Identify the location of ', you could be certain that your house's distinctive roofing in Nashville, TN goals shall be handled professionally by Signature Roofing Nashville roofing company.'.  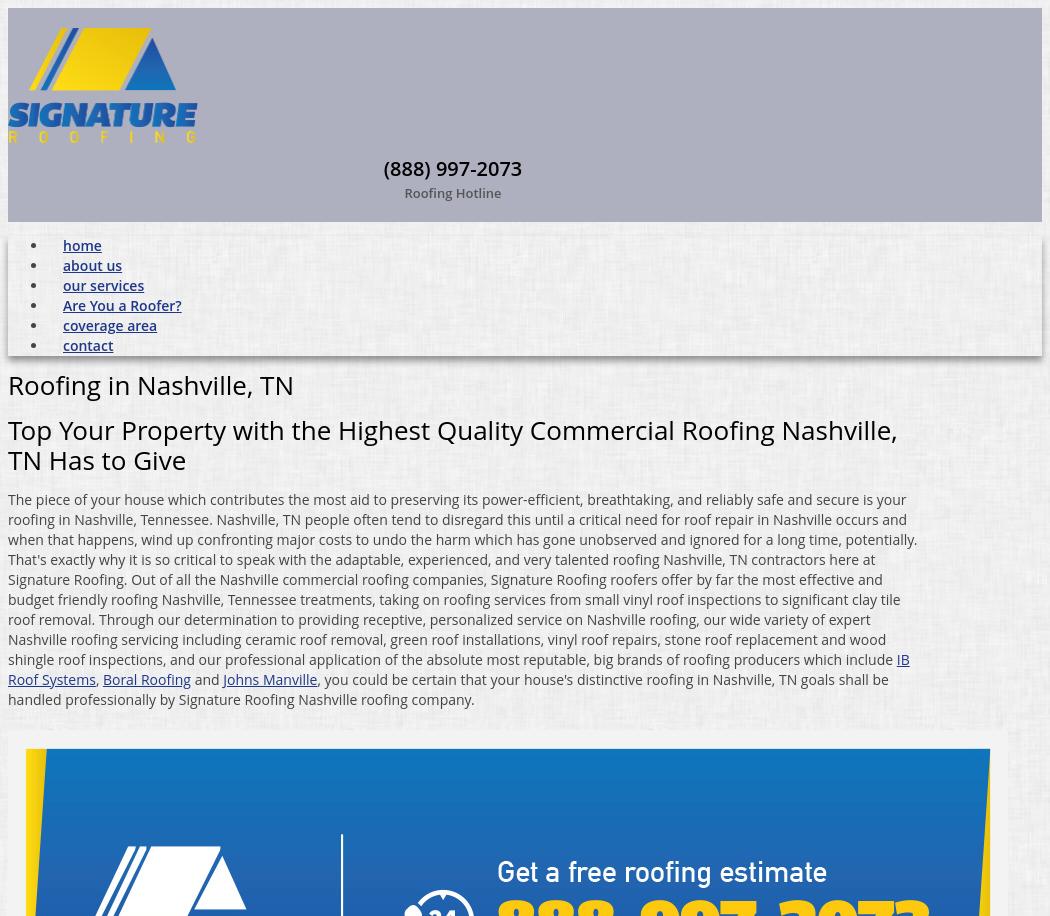
(447, 688).